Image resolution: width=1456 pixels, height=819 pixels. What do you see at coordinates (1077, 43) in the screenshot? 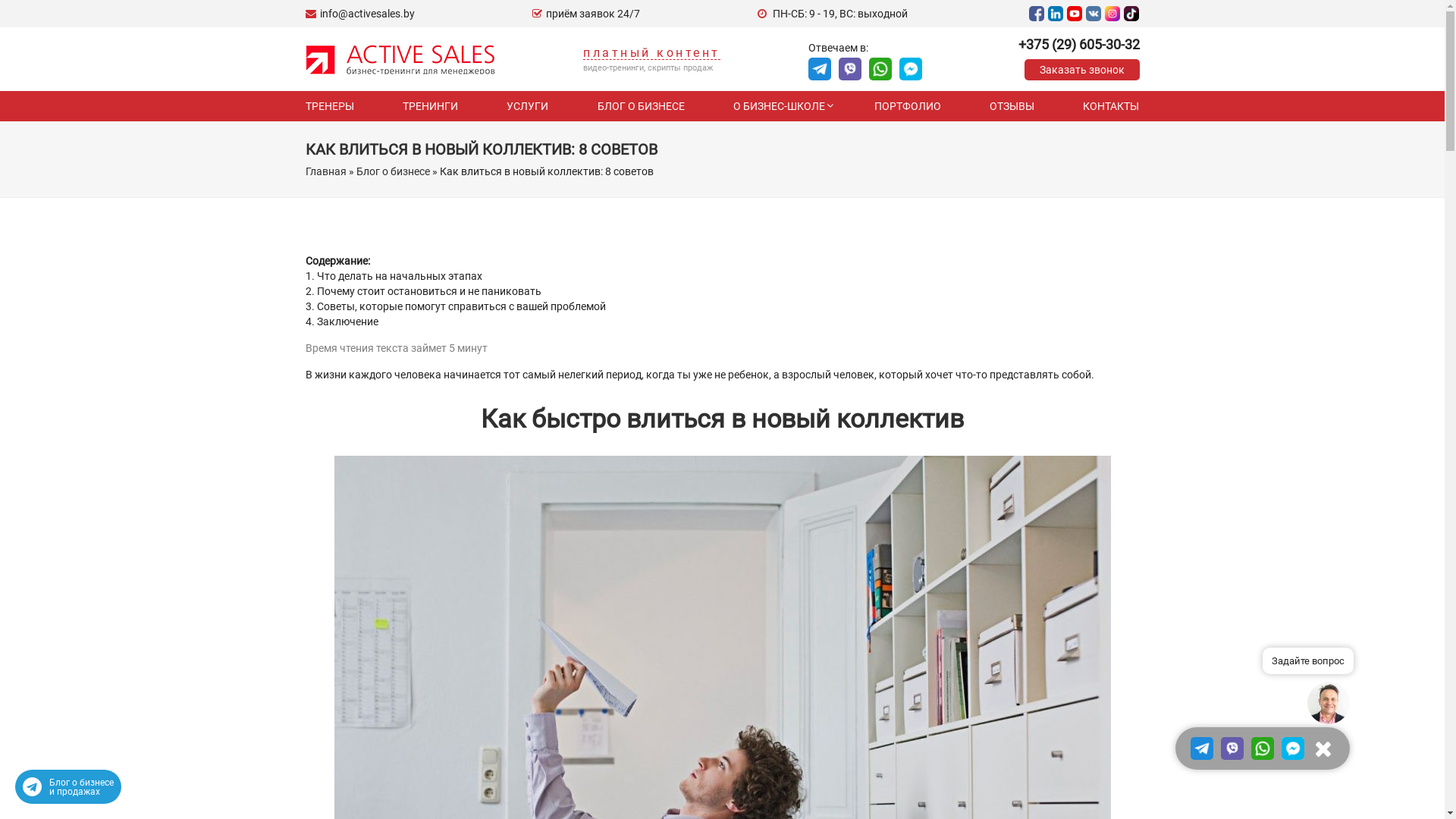
I see `'+375 (29) 605-30-32'` at bounding box center [1077, 43].